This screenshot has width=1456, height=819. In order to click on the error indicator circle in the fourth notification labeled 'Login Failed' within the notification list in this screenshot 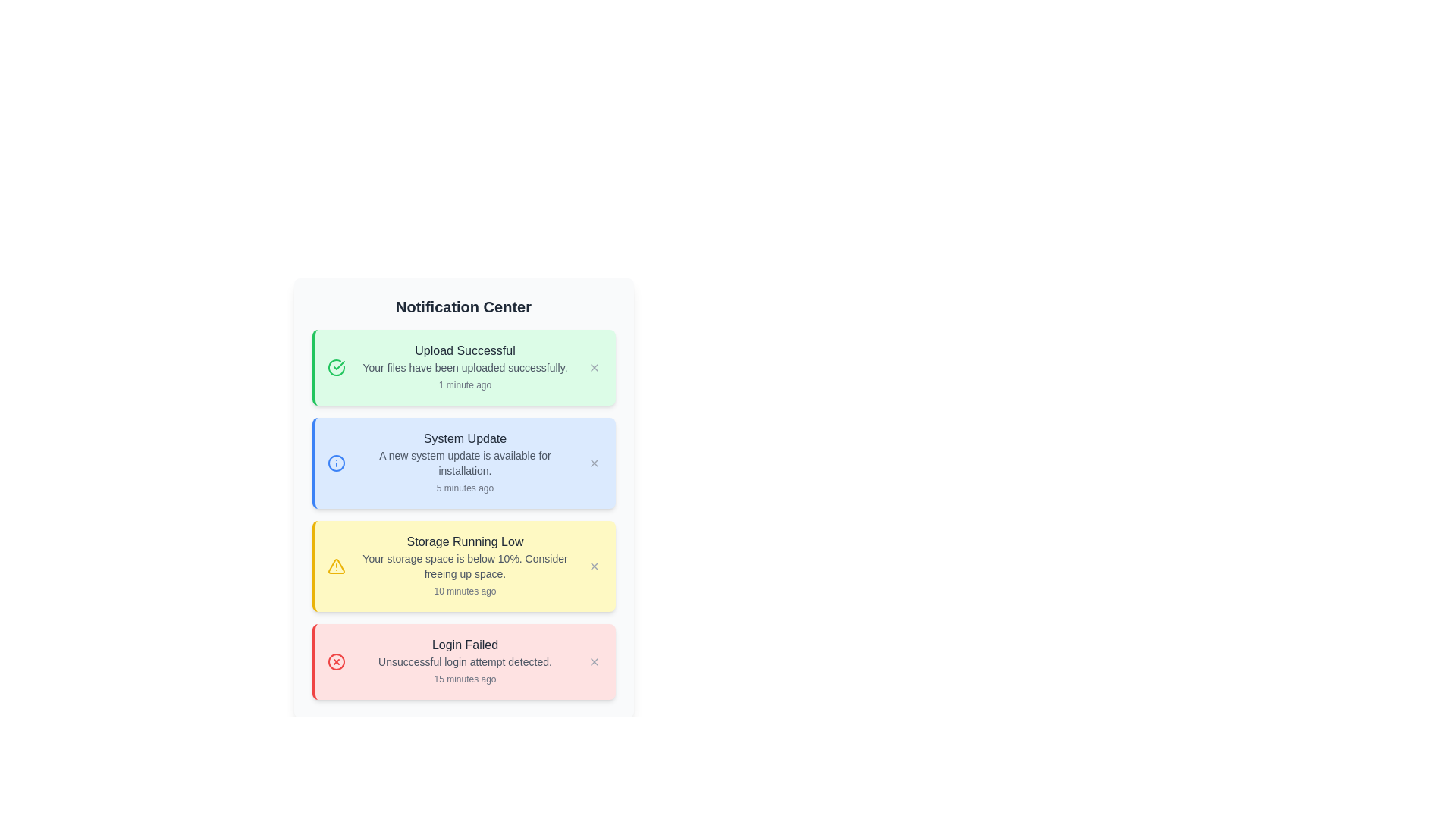, I will do `click(335, 661)`.